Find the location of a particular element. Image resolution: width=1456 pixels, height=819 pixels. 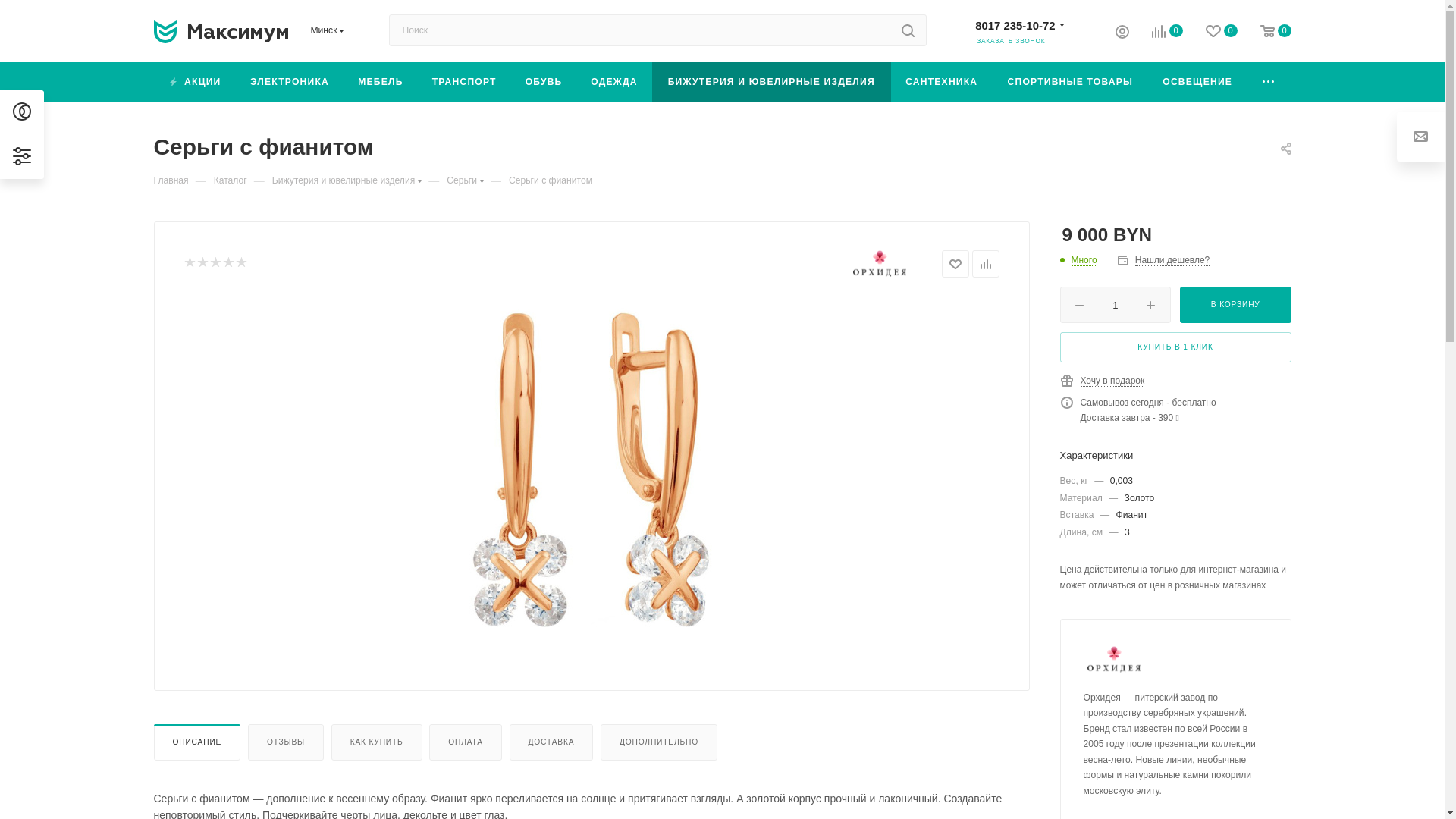

'8017 235-10-72' is located at coordinates (1015, 24).